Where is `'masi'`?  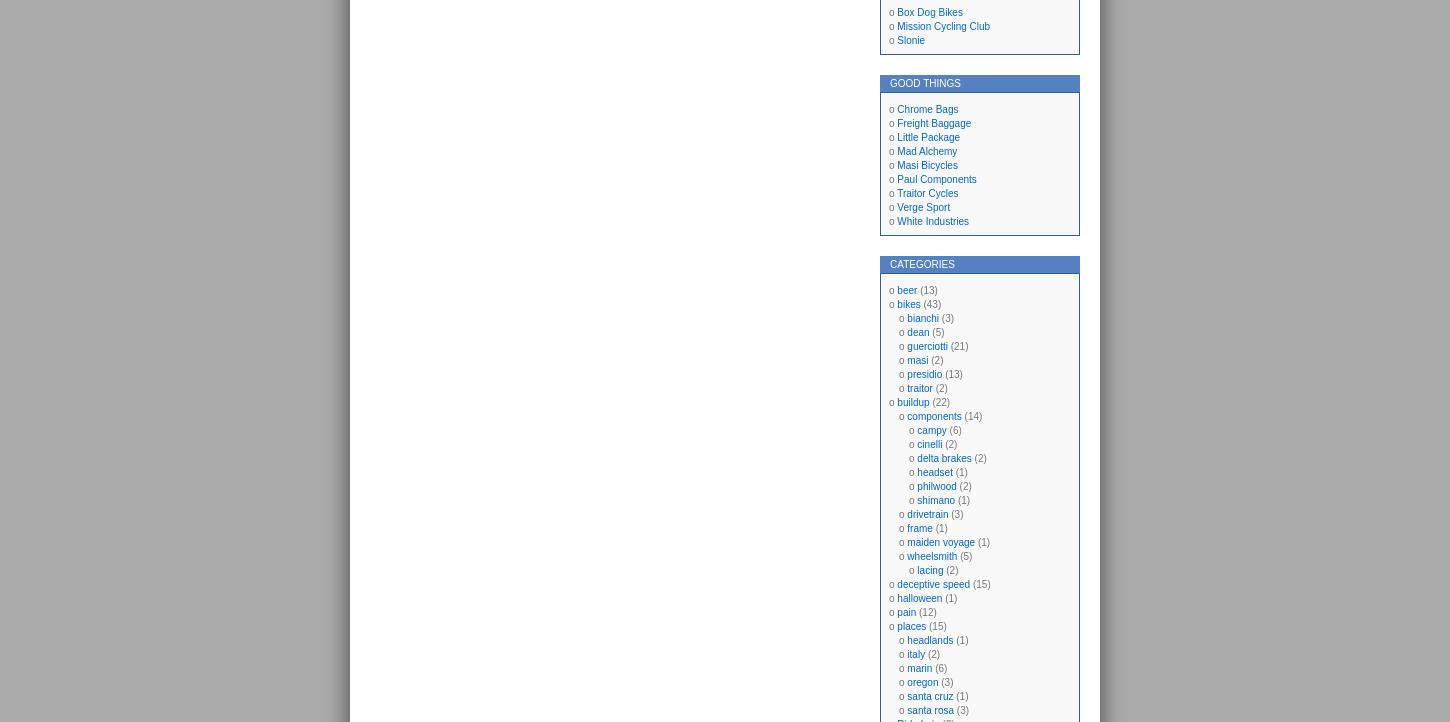 'masi' is located at coordinates (916, 359).